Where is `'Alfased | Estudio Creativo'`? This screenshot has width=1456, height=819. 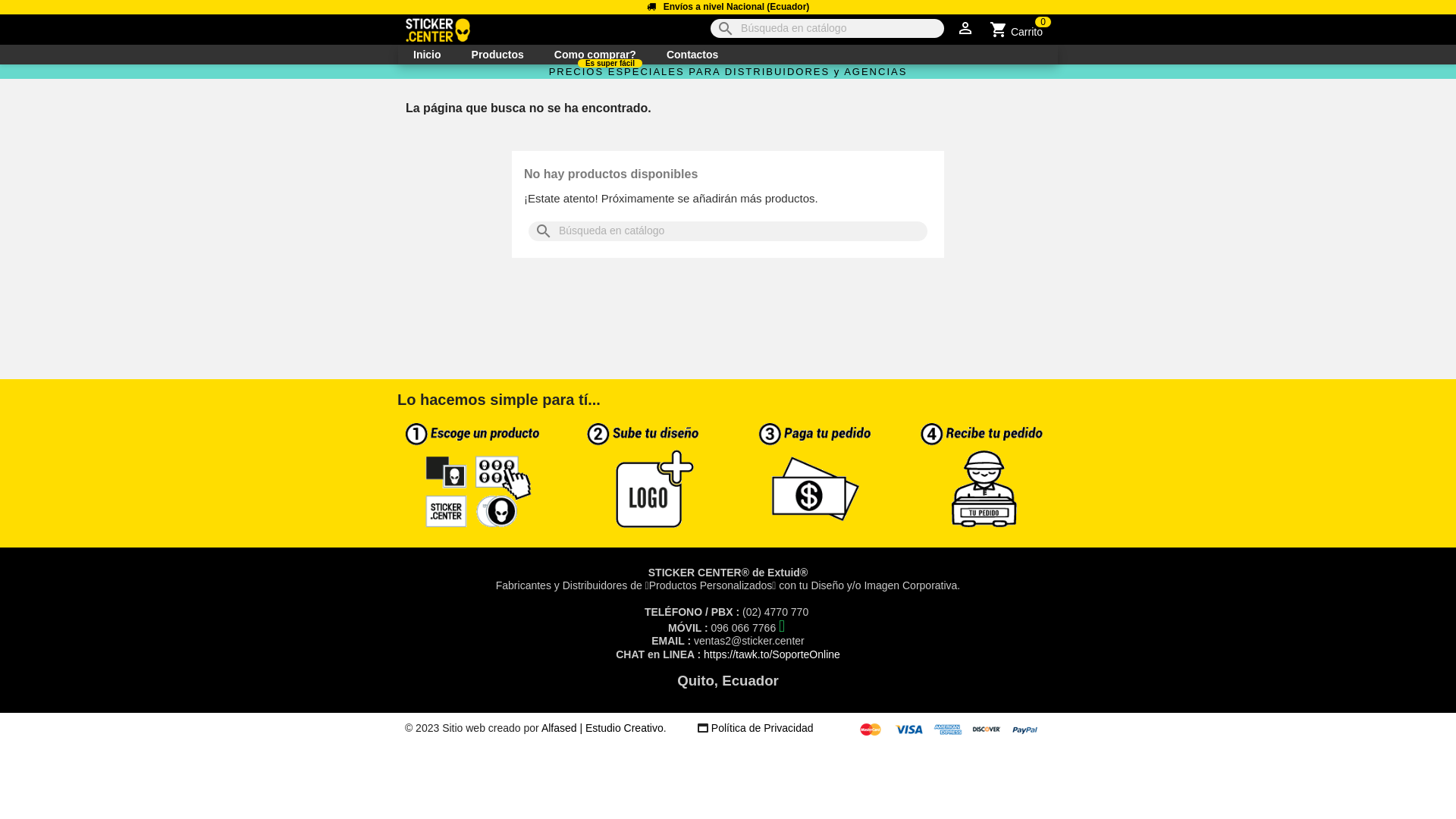
'Alfased | Estudio Creativo' is located at coordinates (601, 727).